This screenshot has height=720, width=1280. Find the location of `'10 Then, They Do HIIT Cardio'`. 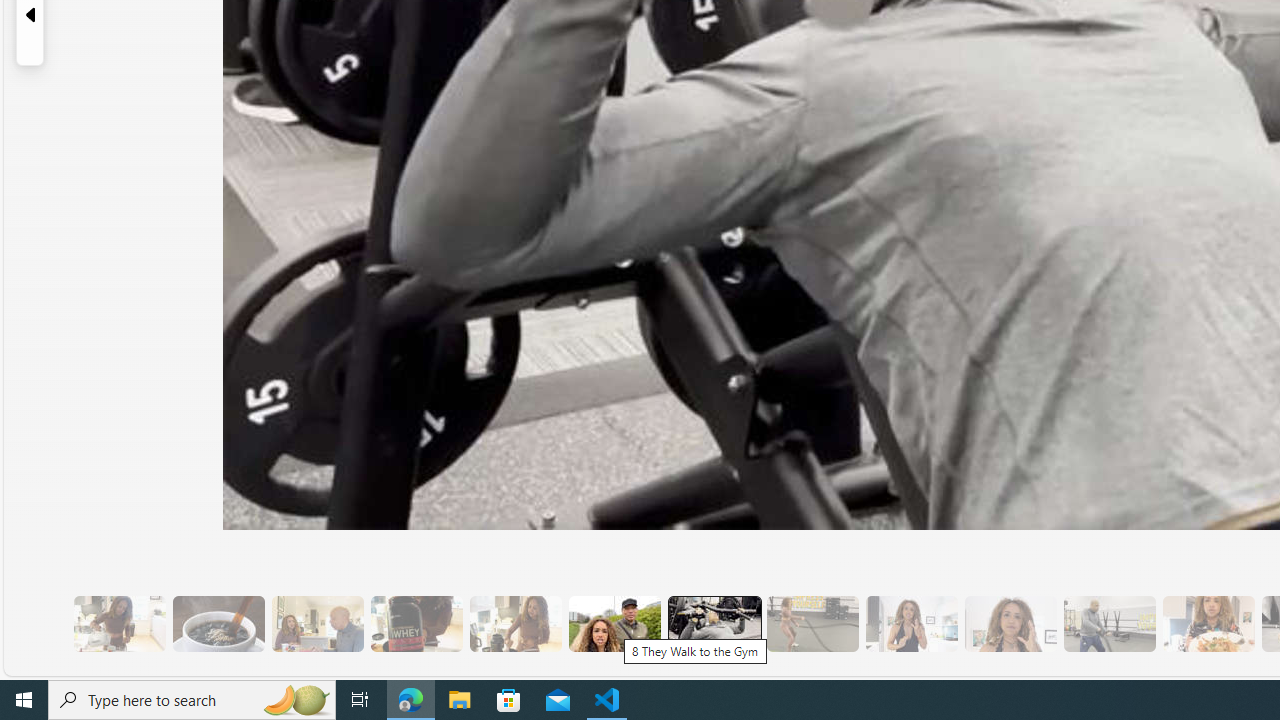

'10 Then, They Do HIIT Cardio' is located at coordinates (812, 623).